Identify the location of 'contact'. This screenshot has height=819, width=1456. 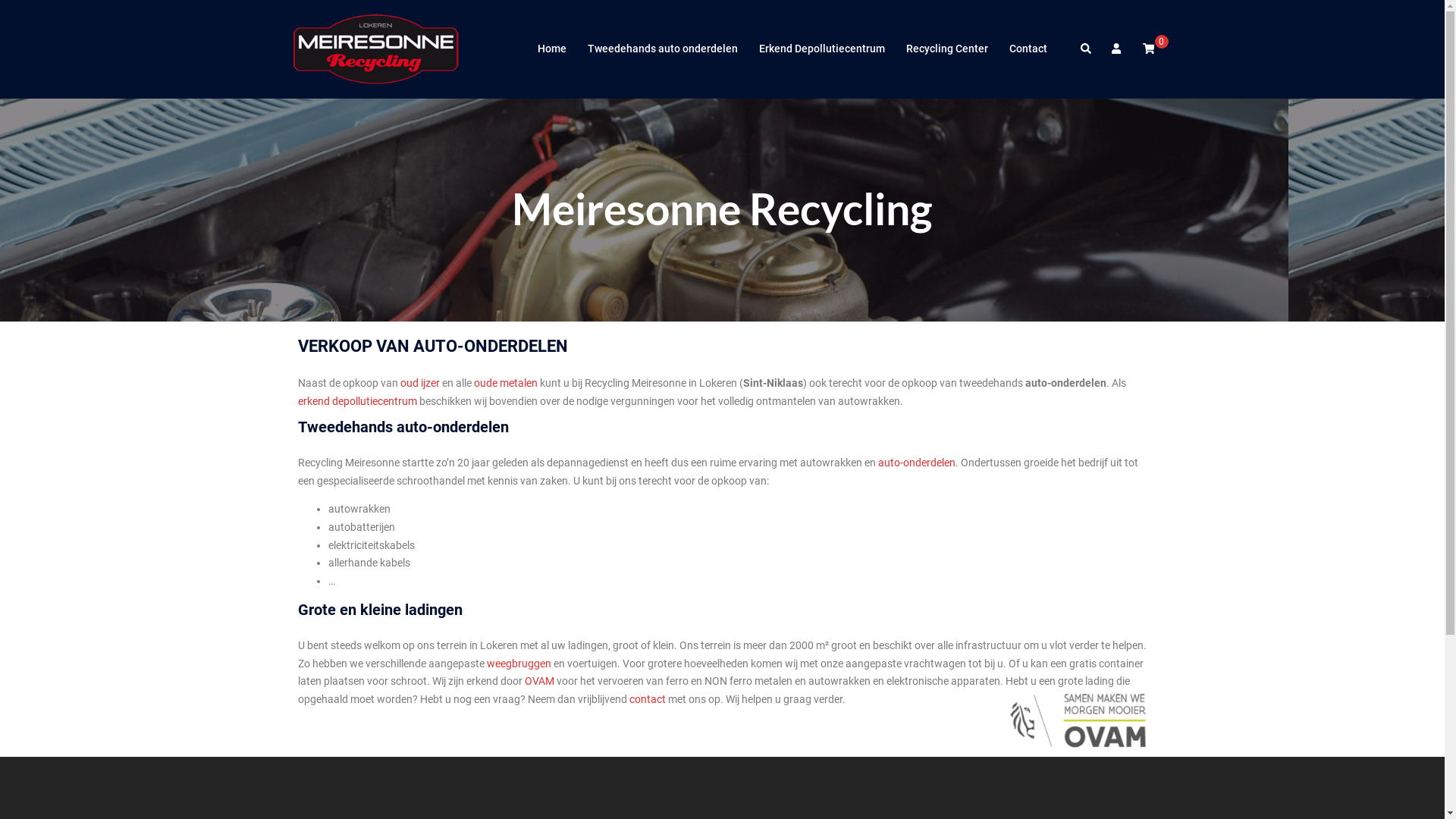
(648, 698).